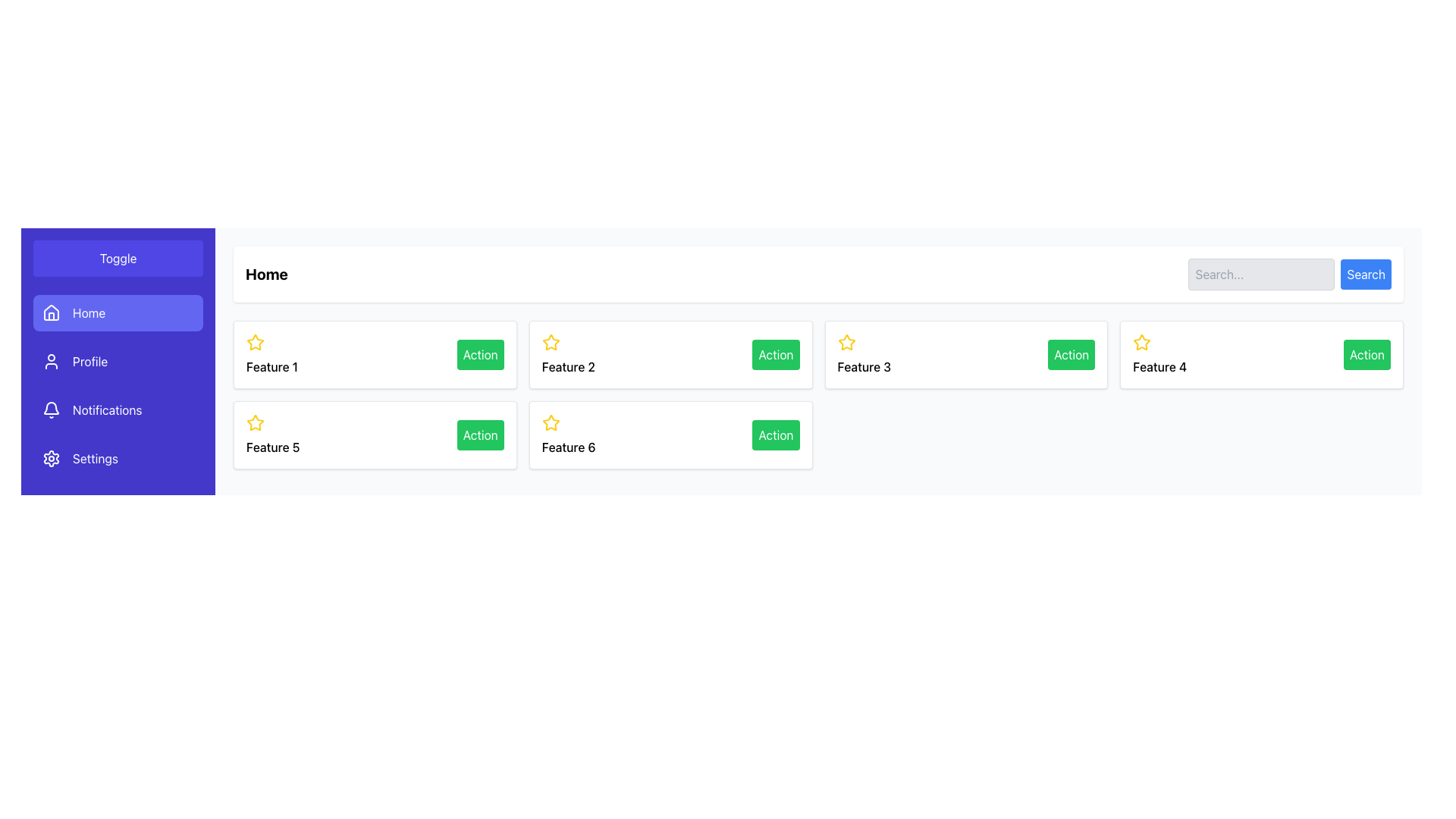 This screenshot has height=819, width=1456. Describe the element at coordinates (51, 312) in the screenshot. I see `the 'Home' icon located in the left navigation bar, which serves as a navigational aid` at that location.